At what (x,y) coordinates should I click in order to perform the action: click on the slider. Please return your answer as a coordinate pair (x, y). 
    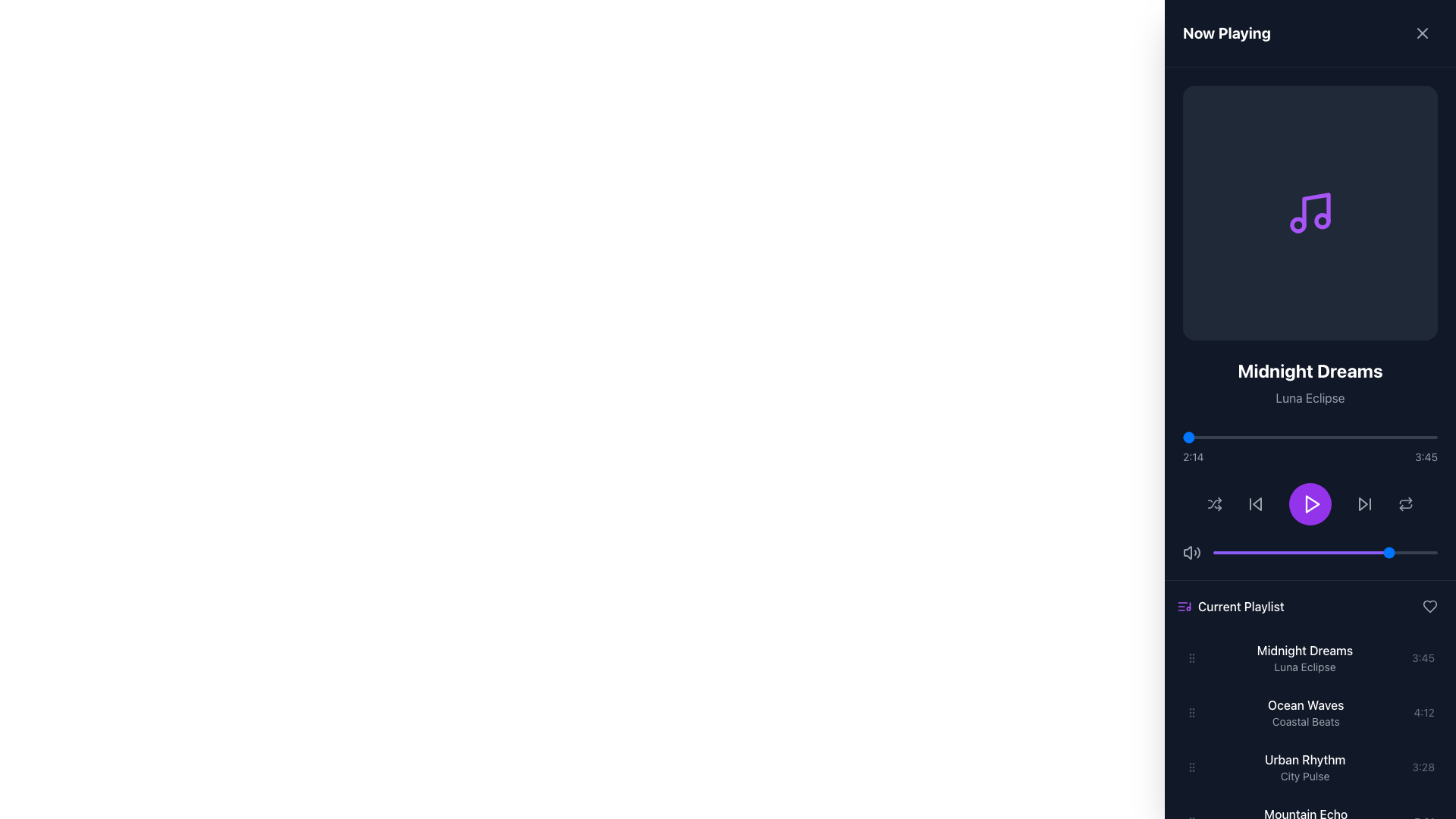
    Looking at the image, I should click on (1382, 553).